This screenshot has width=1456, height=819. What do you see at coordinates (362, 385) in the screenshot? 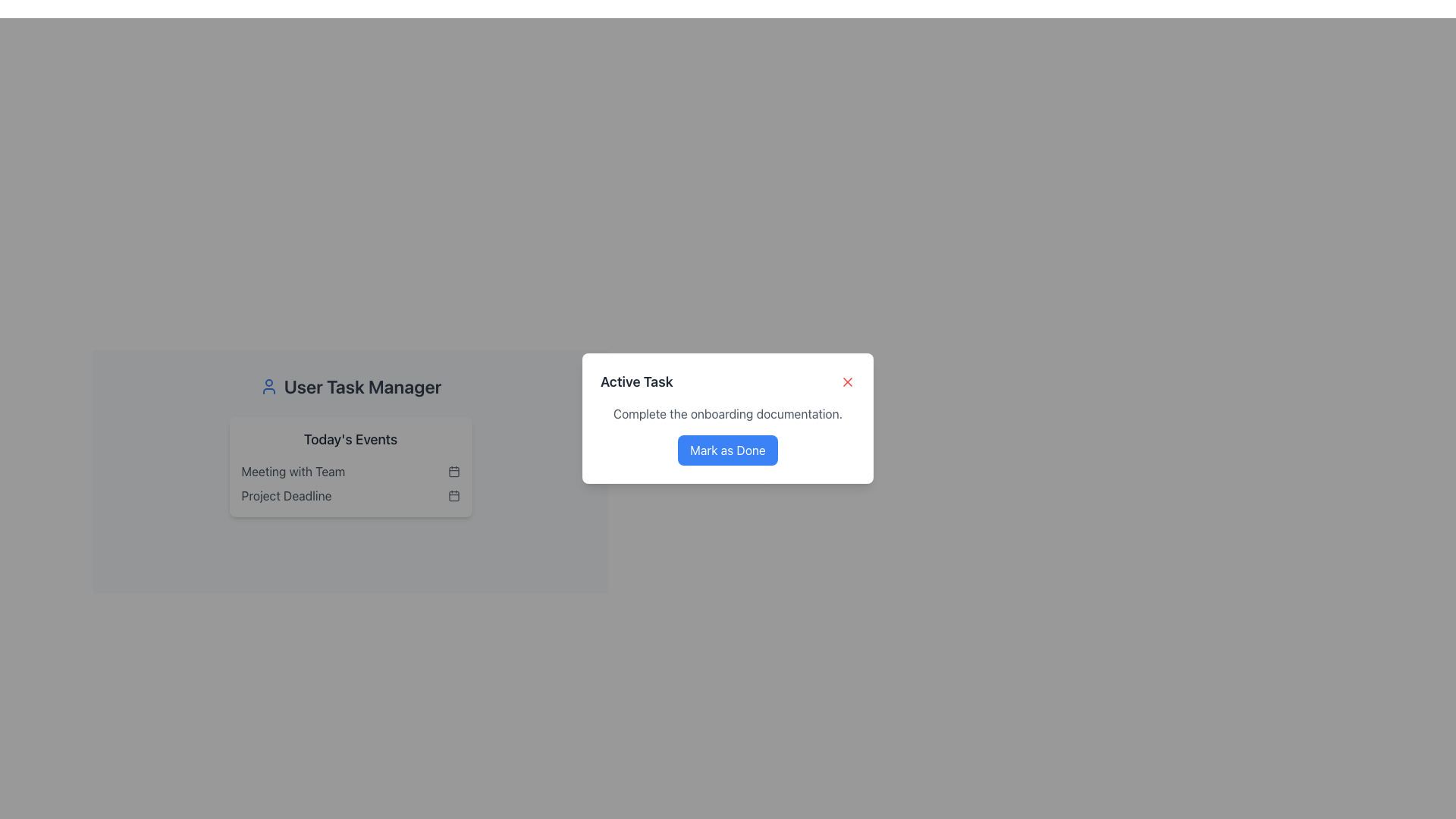
I see `the 'User Task Manager' text label which is displayed in bold light gray font, located above the 'Today's Events' panel and adjacent to a user icon` at bounding box center [362, 385].